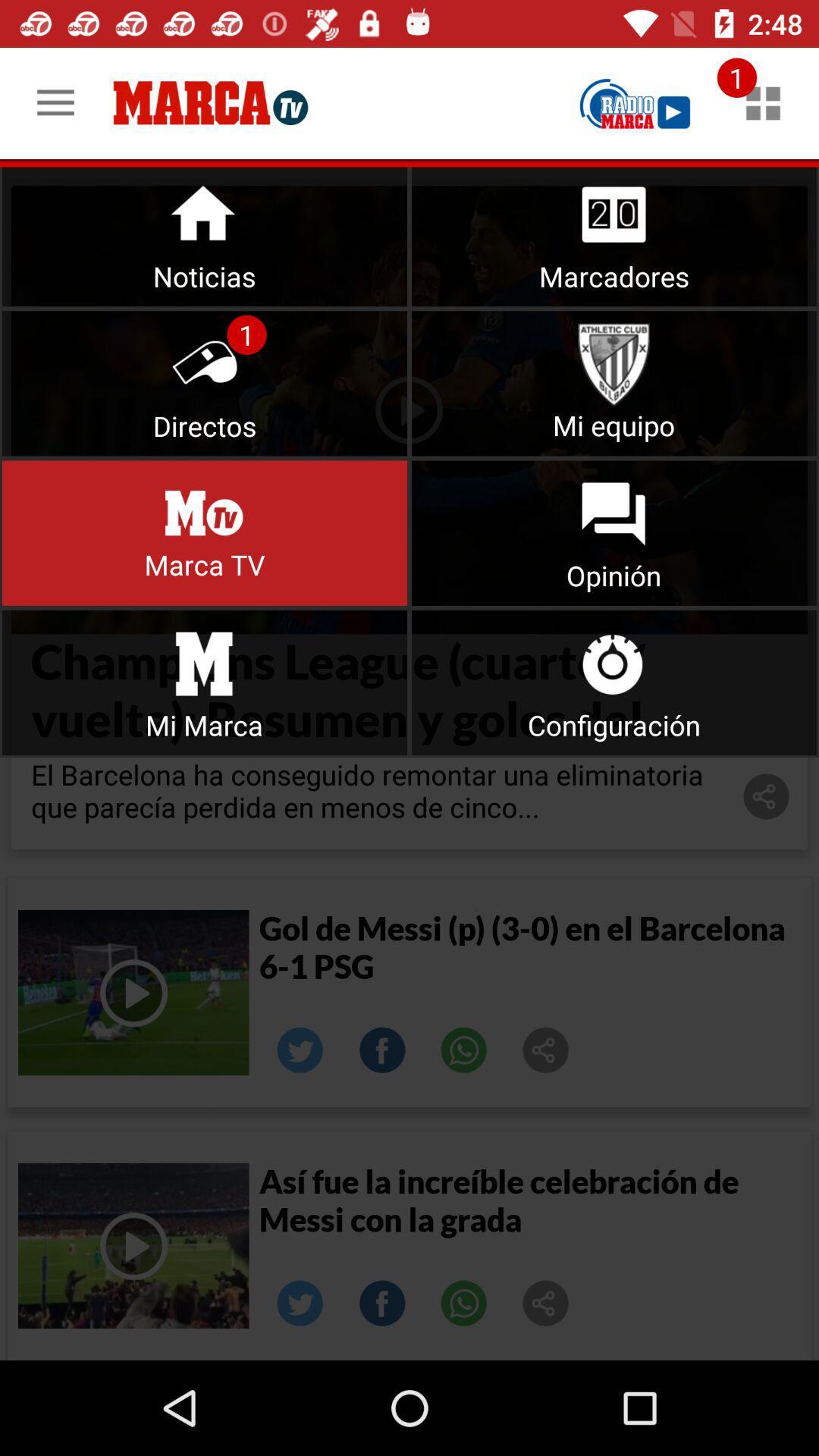  What do you see at coordinates (133, 993) in the screenshot?
I see `play video` at bounding box center [133, 993].